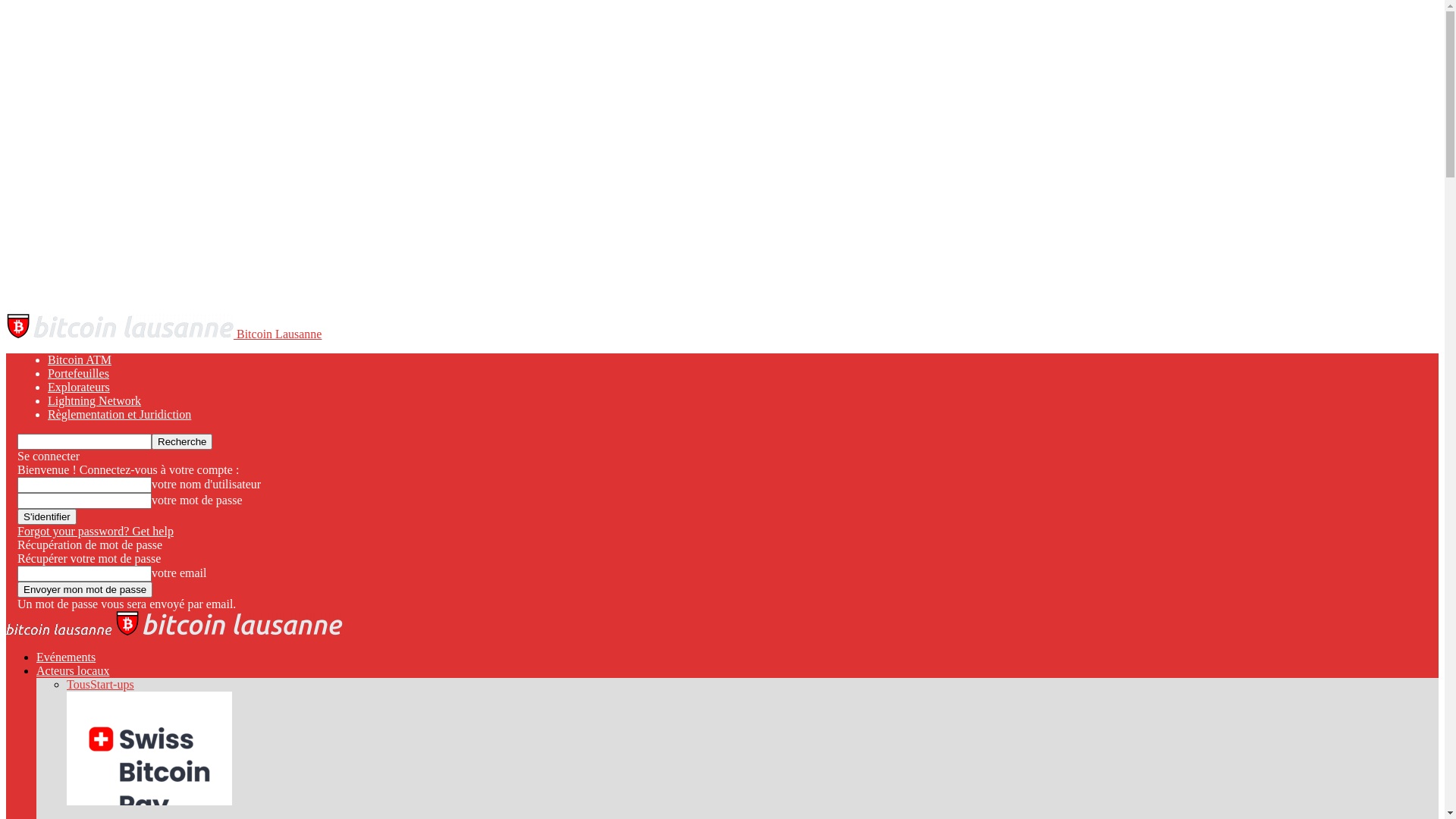 The image size is (1456, 819). I want to click on 'Acteurs locaux', so click(72, 670).